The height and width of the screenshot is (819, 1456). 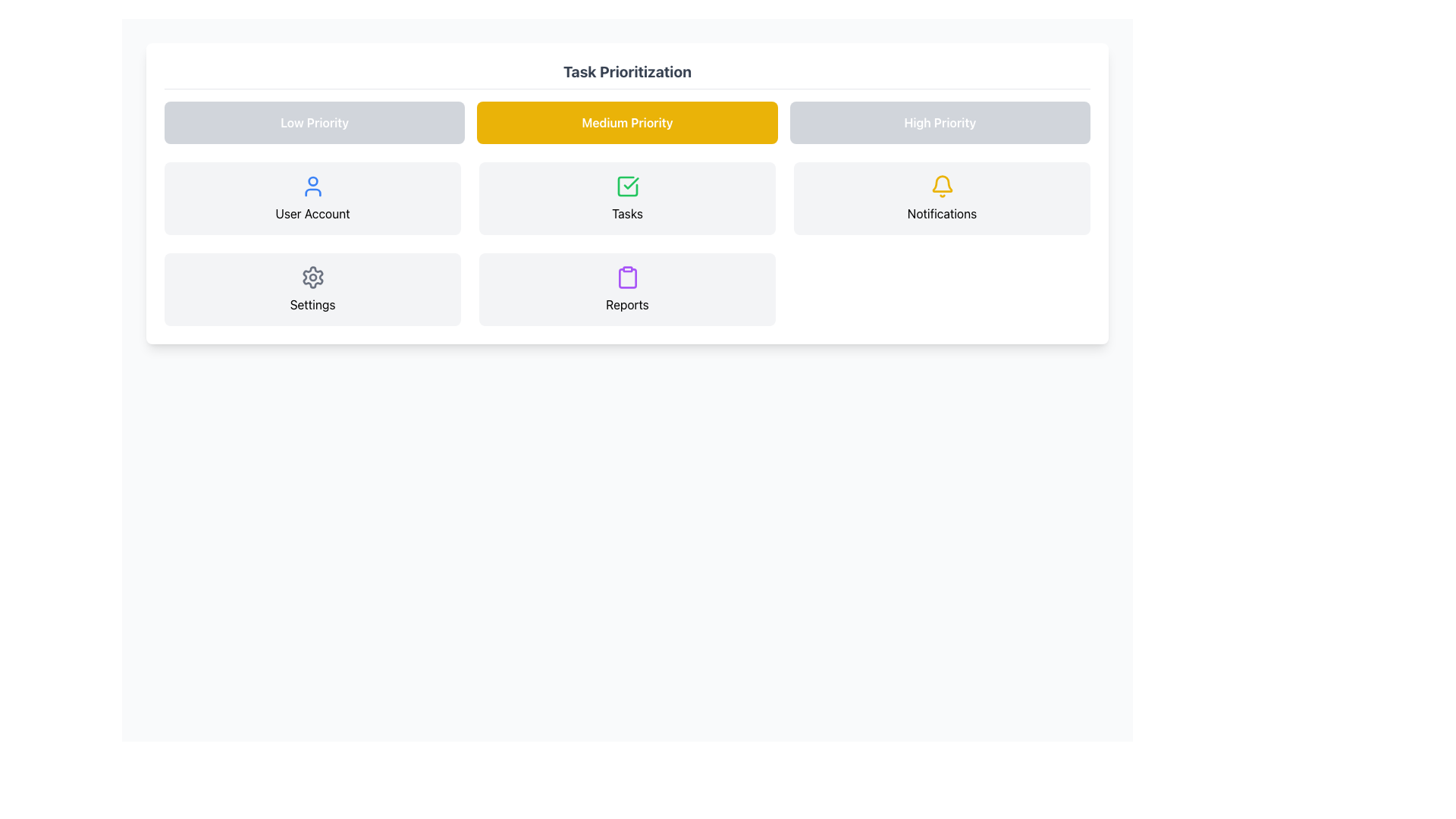 What do you see at coordinates (312, 289) in the screenshot?
I see `the navigation card in the second row, first column` at bounding box center [312, 289].